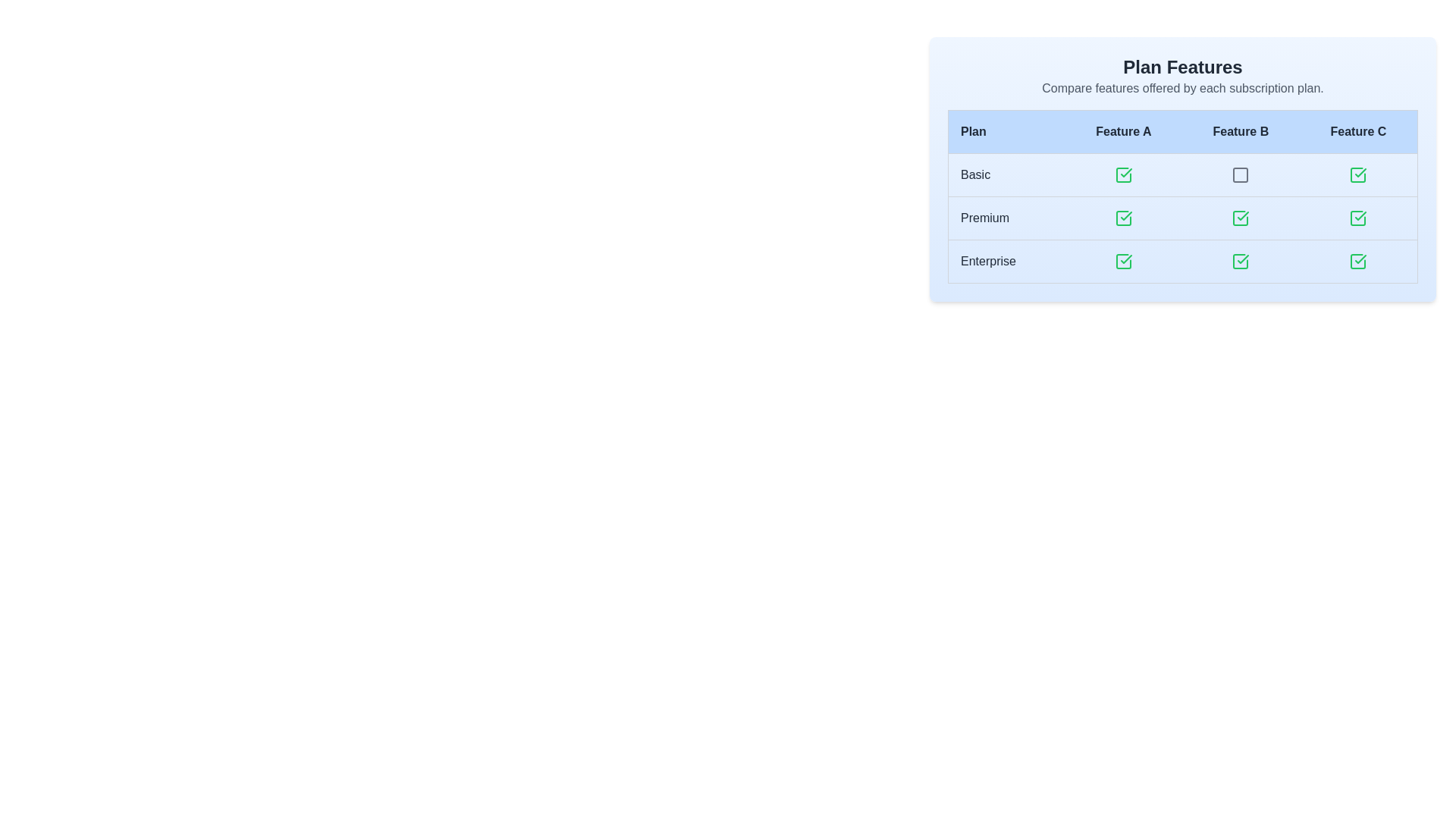  Describe the element at coordinates (1123, 174) in the screenshot. I see `icon that indicates the availability of 'Feature A' for the 'Basic' subscription plan, located in the first row under the 'Feature A' column of the table` at that location.